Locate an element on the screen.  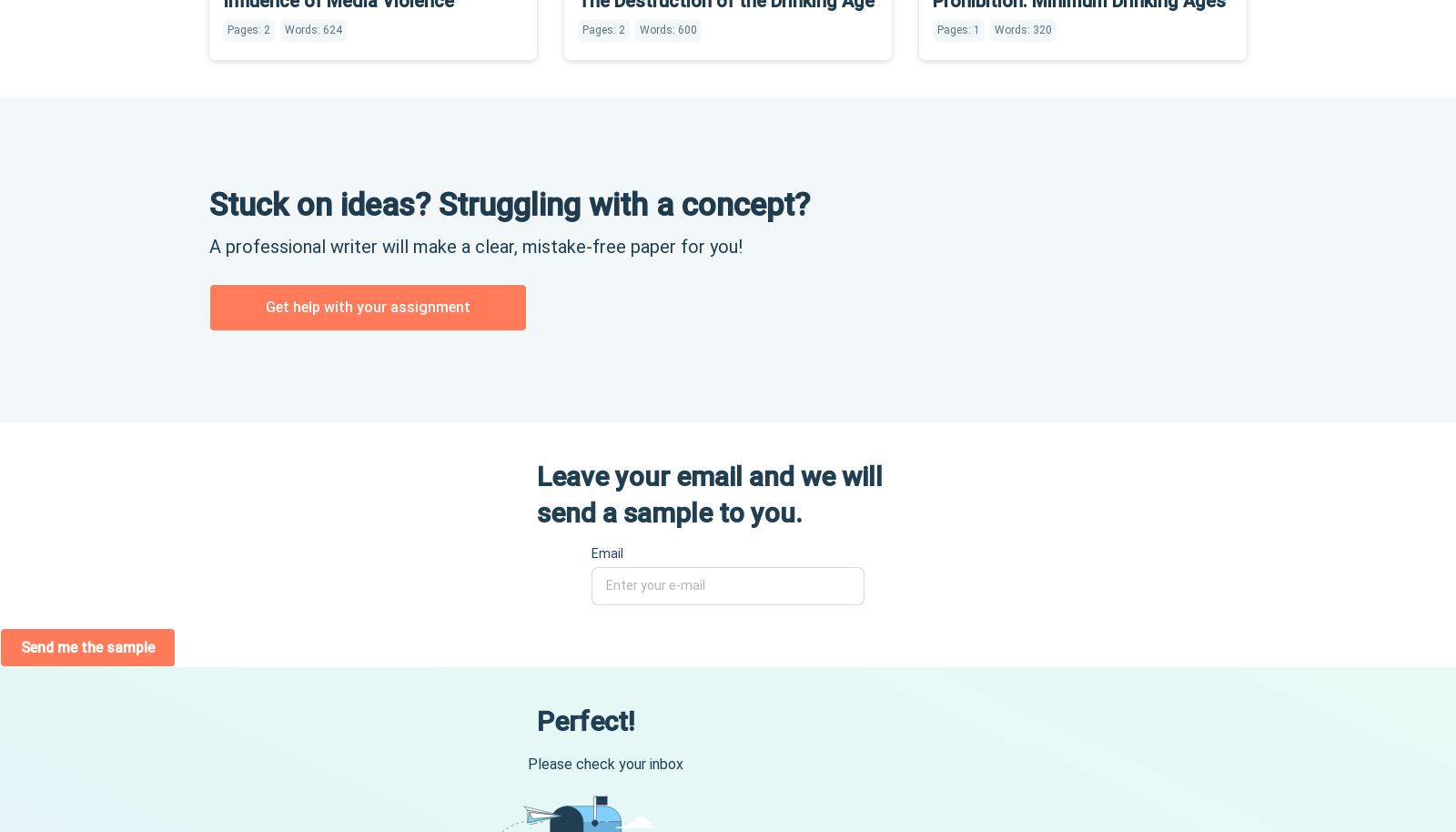
'Send me the sample' is located at coordinates (86, 645).